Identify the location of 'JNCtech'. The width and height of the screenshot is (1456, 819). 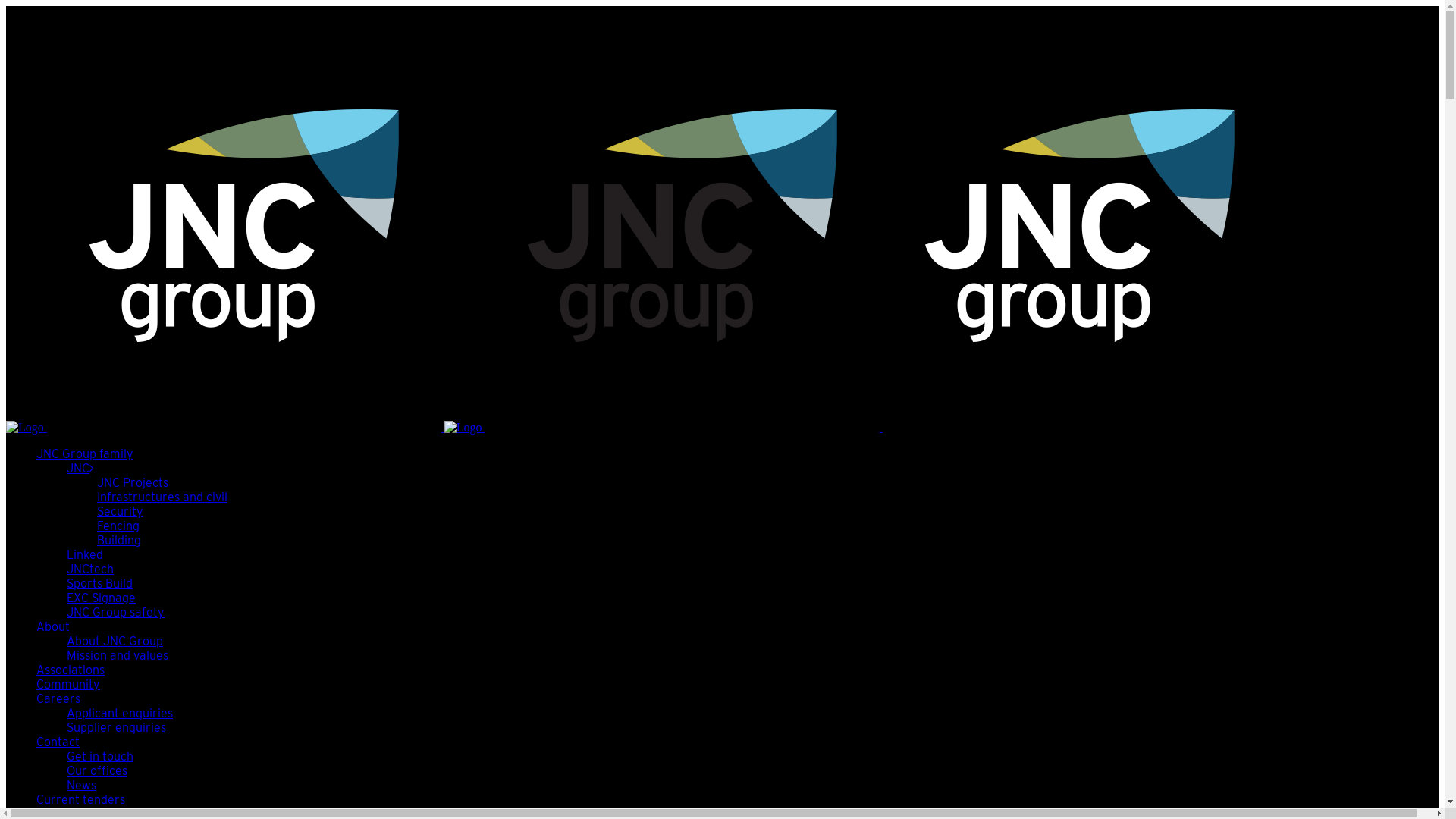
(65, 569).